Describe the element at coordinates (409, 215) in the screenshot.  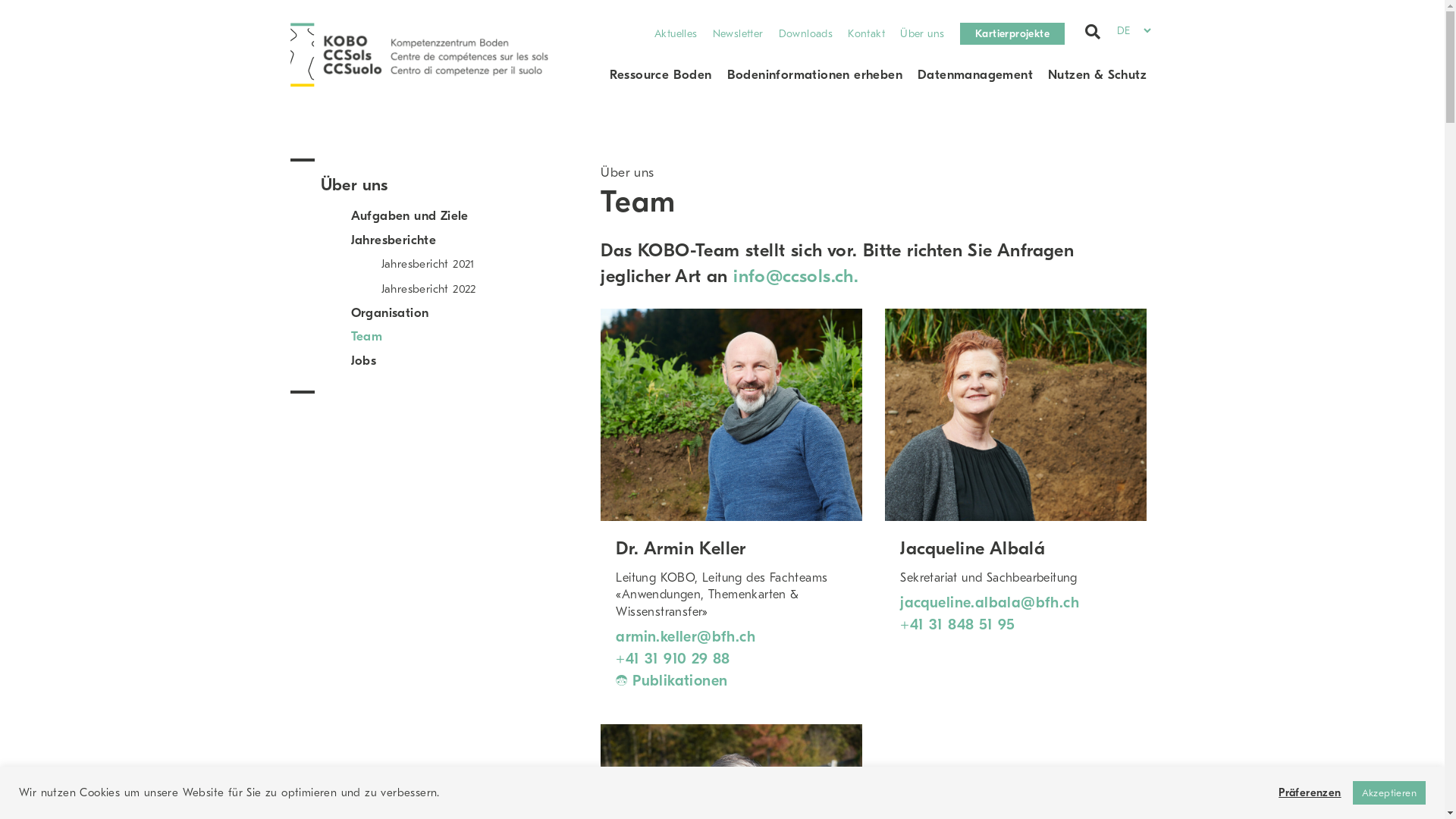
I see `'Aufgaben und Ziele'` at that location.